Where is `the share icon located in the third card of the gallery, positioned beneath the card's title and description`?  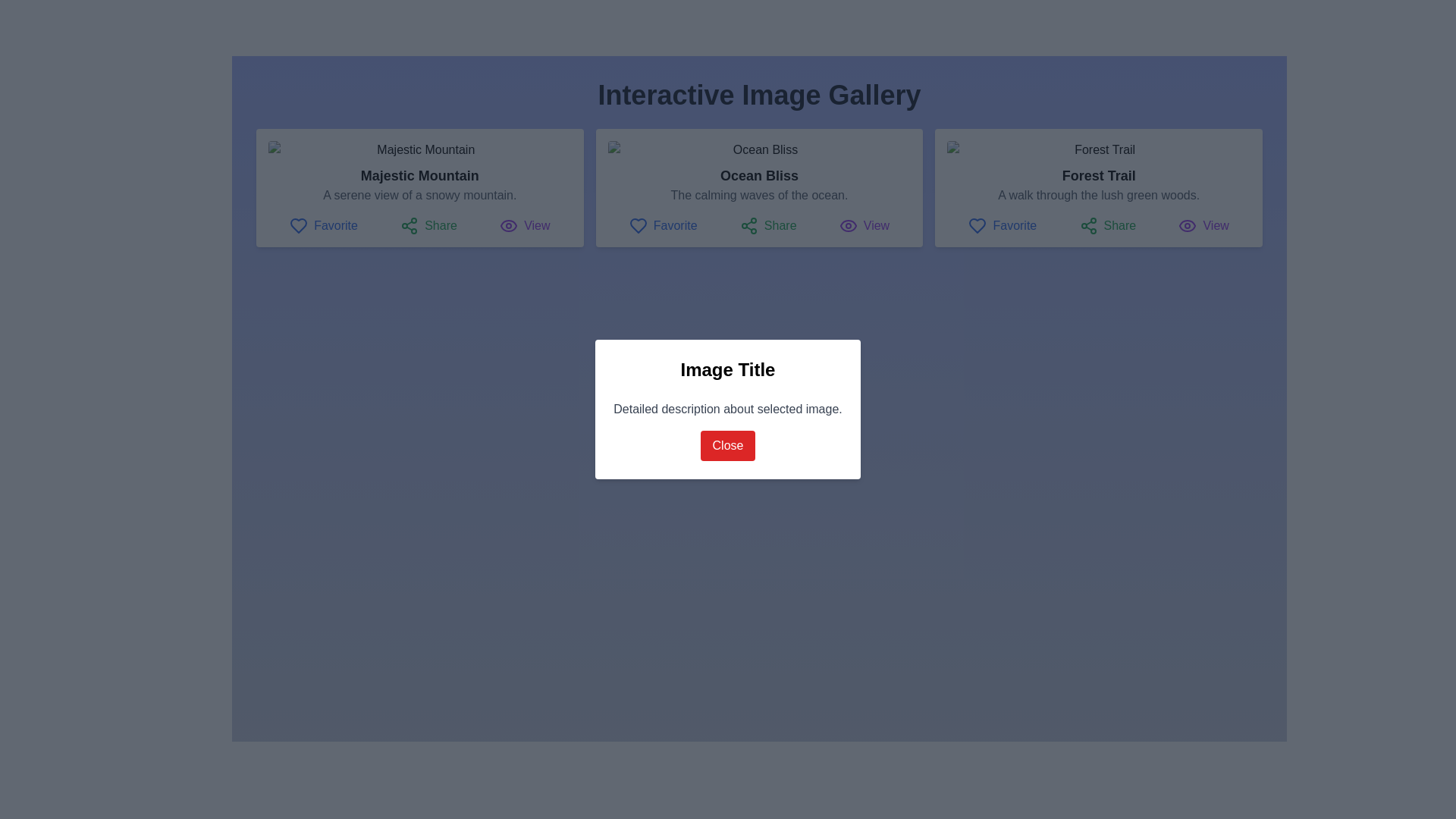
the share icon located in the third card of the gallery, positioned beneath the card's title and description is located at coordinates (1087, 225).